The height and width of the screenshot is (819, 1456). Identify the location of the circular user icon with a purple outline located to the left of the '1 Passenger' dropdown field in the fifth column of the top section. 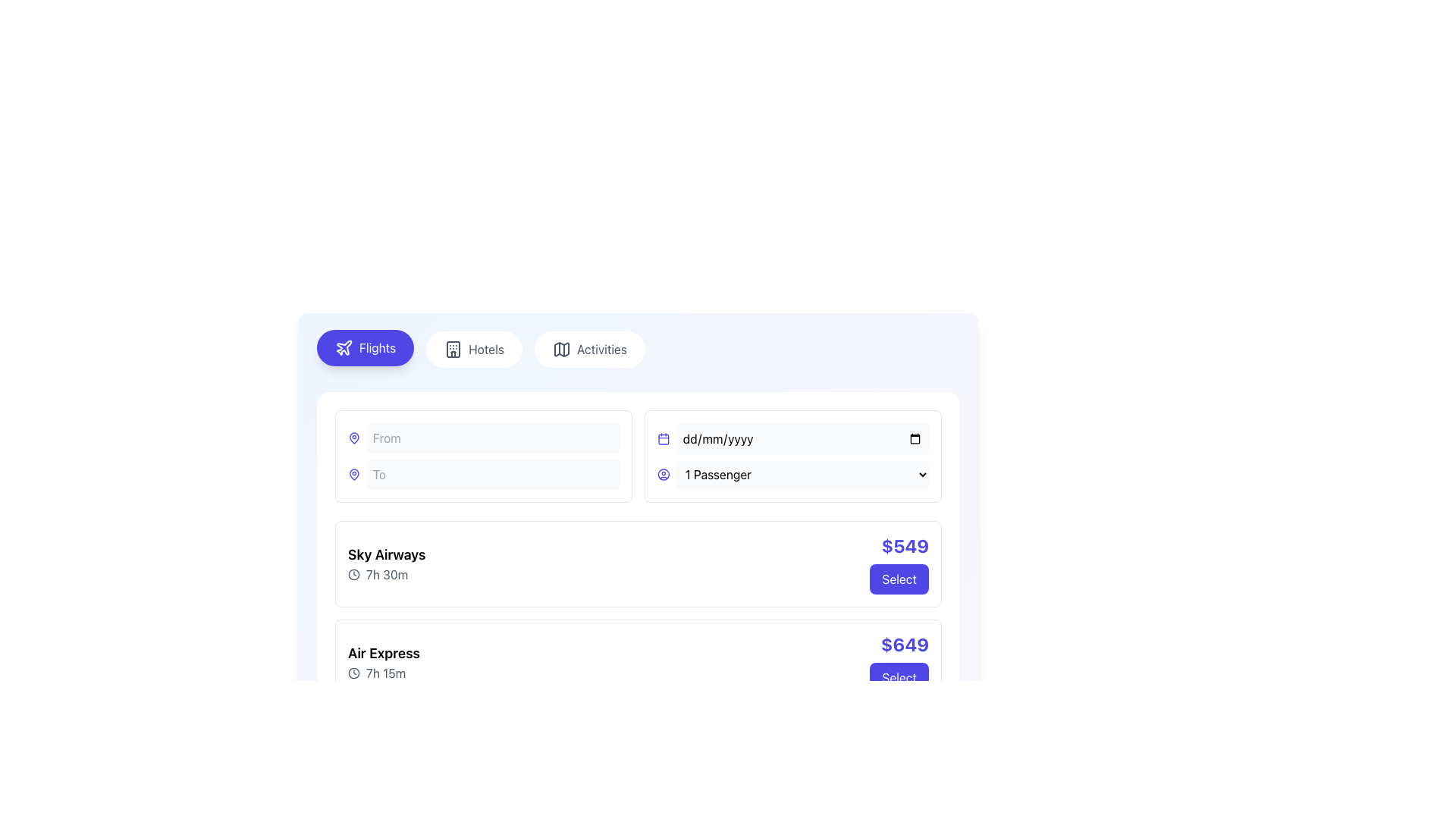
(664, 473).